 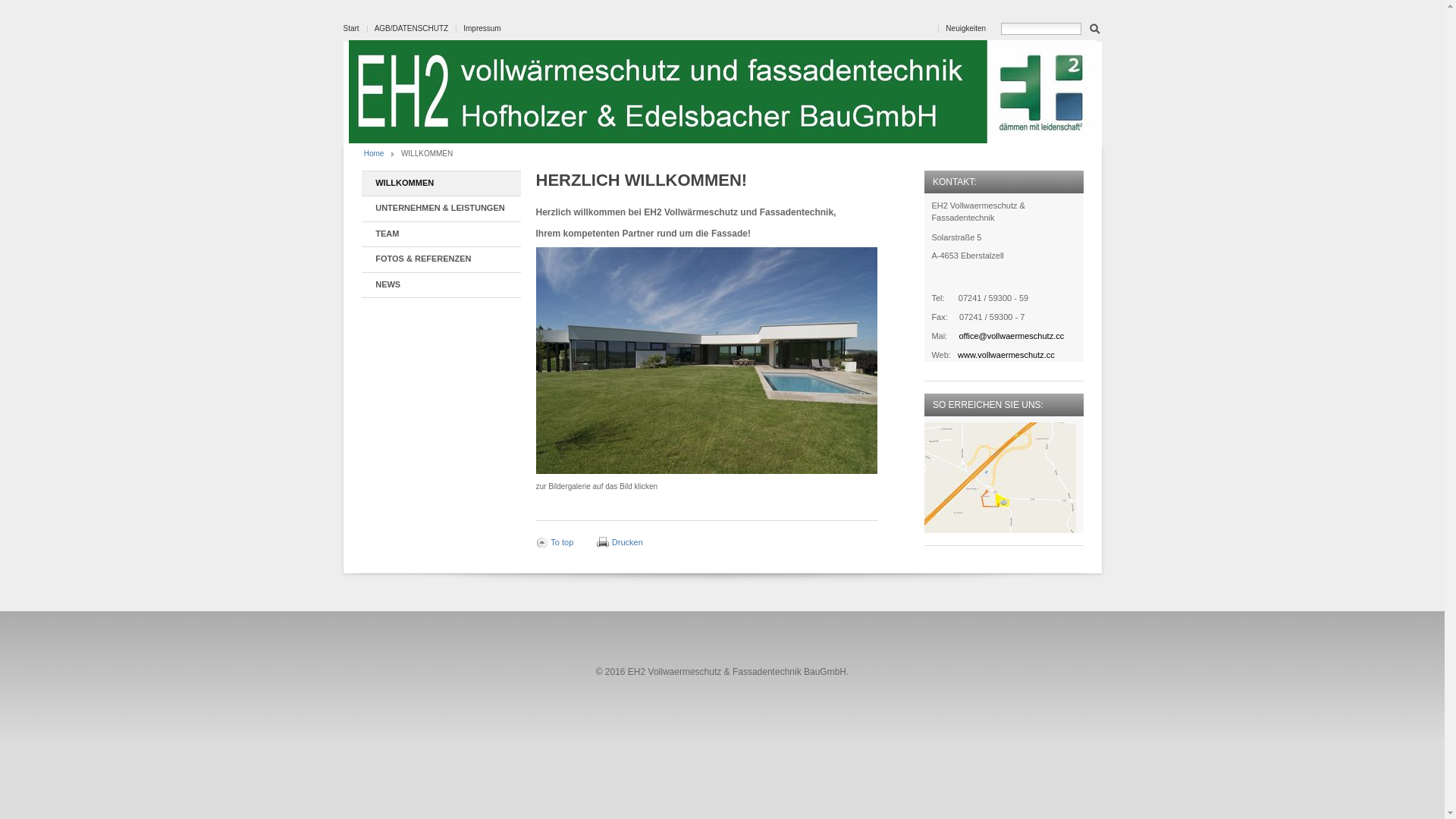 What do you see at coordinates (965, 28) in the screenshot?
I see `'Neuigkeiten'` at bounding box center [965, 28].